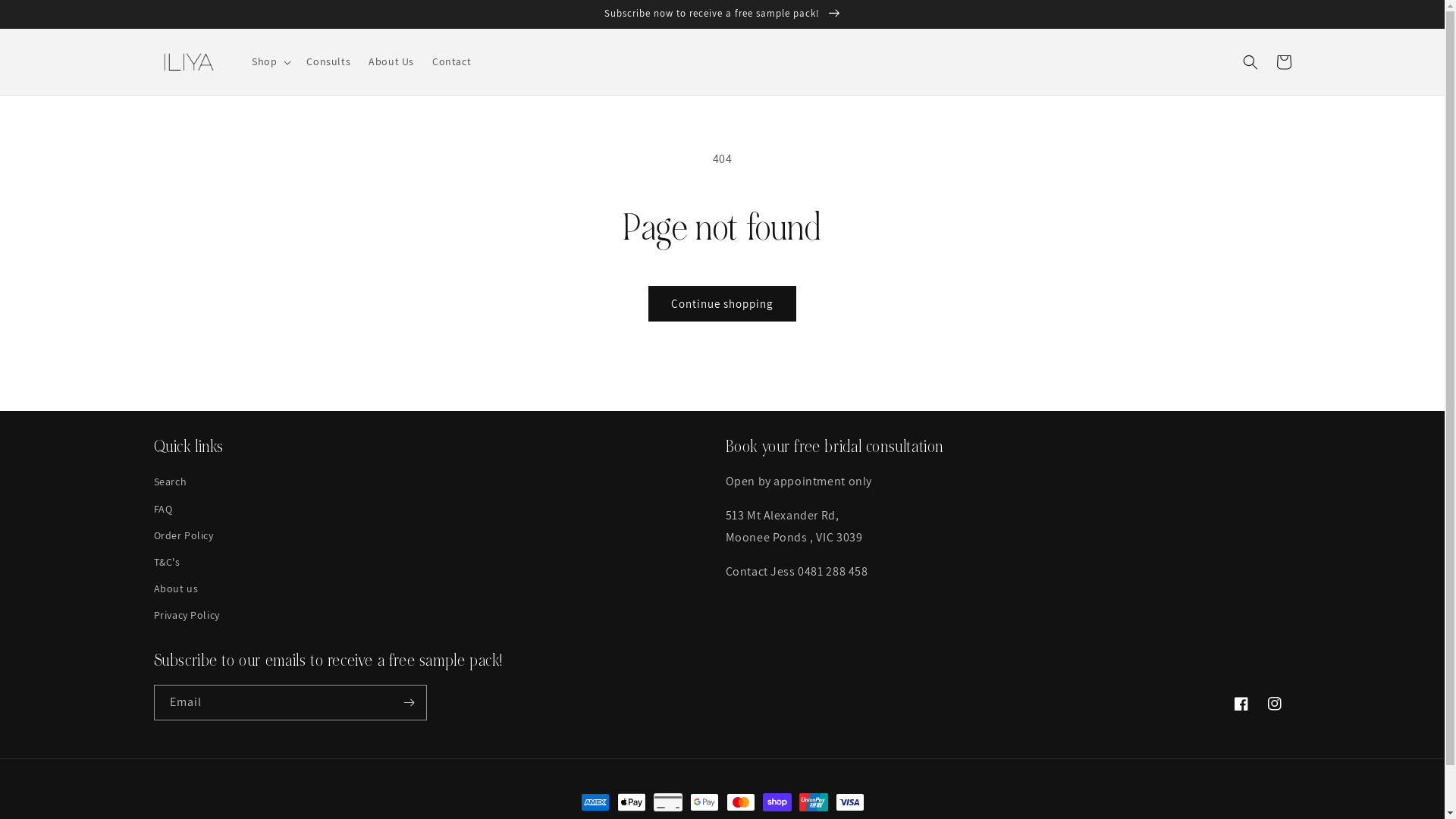 The height and width of the screenshot is (819, 1456). I want to click on 'Continue shopping', so click(721, 303).